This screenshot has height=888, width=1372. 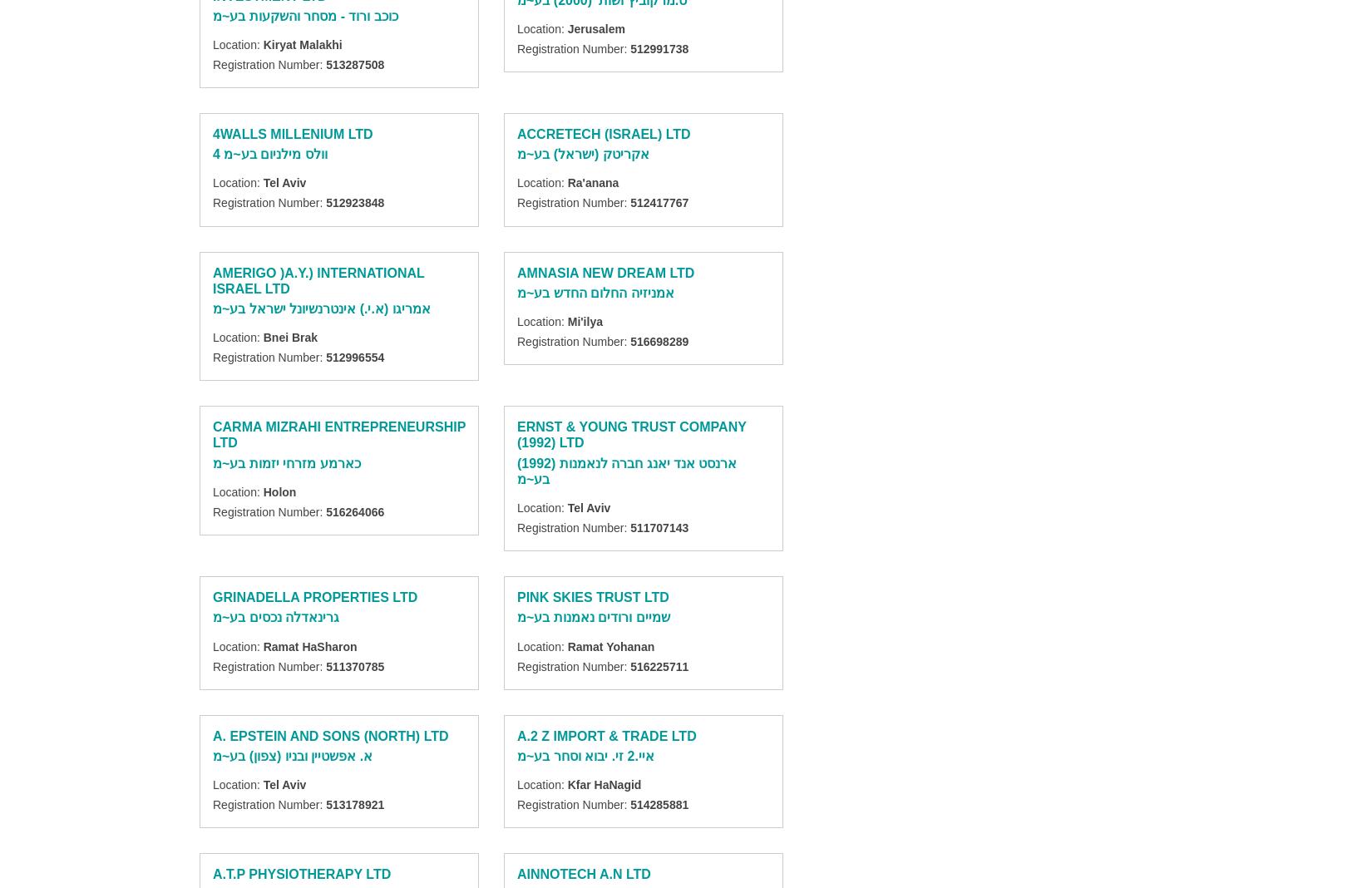 What do you see at coordinates (610, 645) in the screenshot?
I see `'Ramat Yohanan'` at bounding box center [610, 645].